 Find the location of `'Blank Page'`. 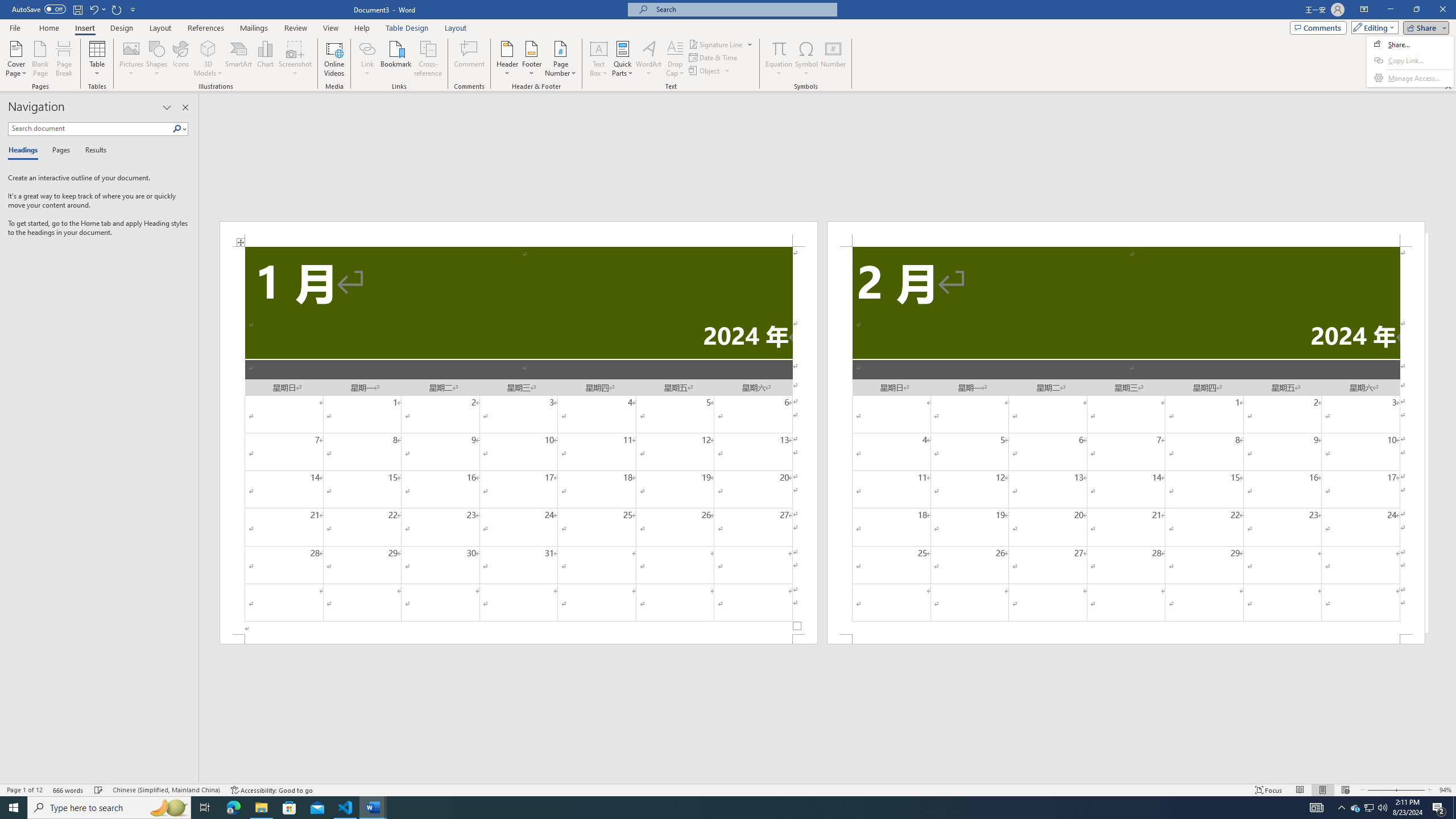

'Blank Page' is located at coordinates (40, 59).